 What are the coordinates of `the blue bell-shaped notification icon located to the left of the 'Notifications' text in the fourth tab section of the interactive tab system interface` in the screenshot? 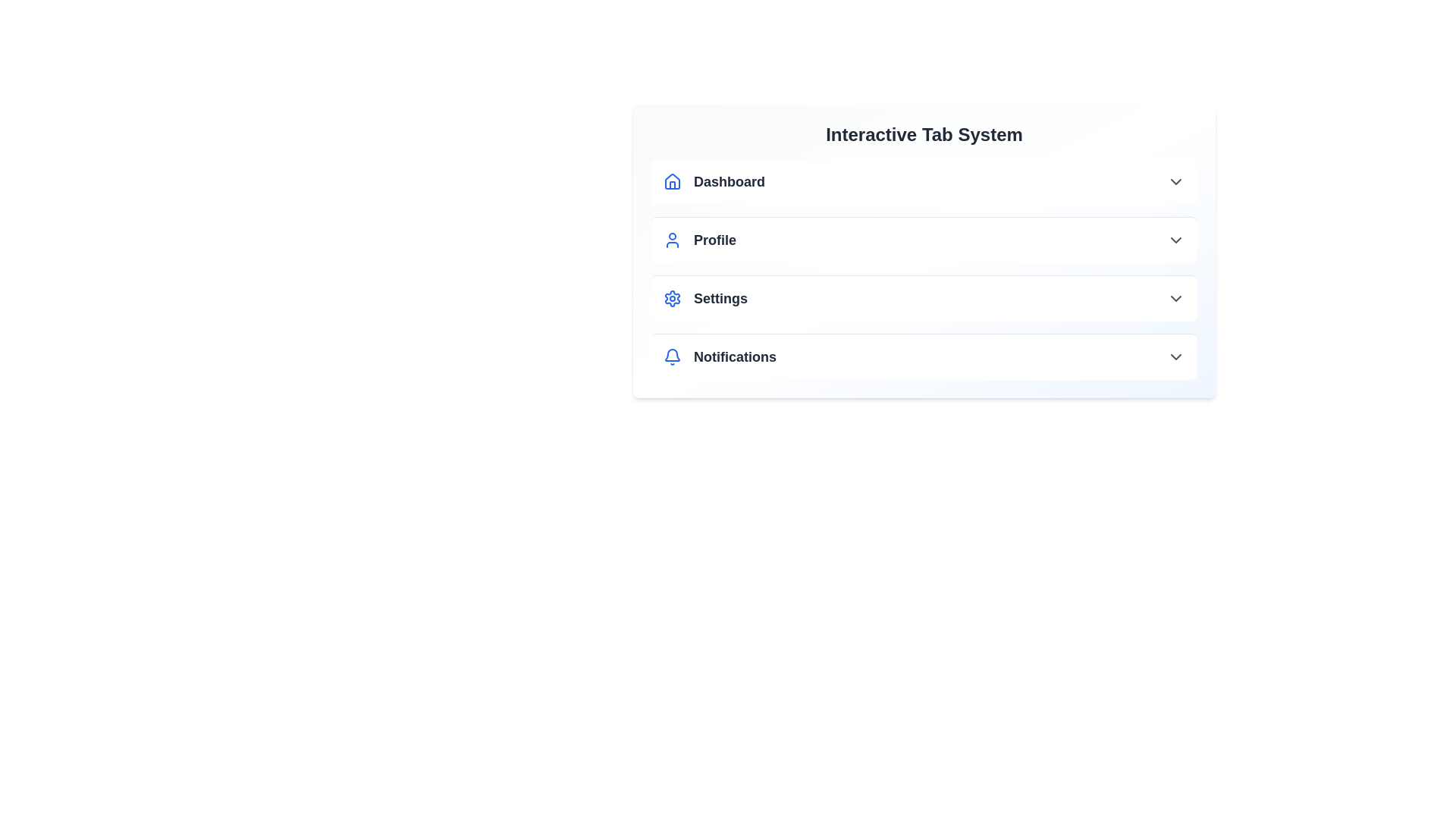 It's located at (672, 356).